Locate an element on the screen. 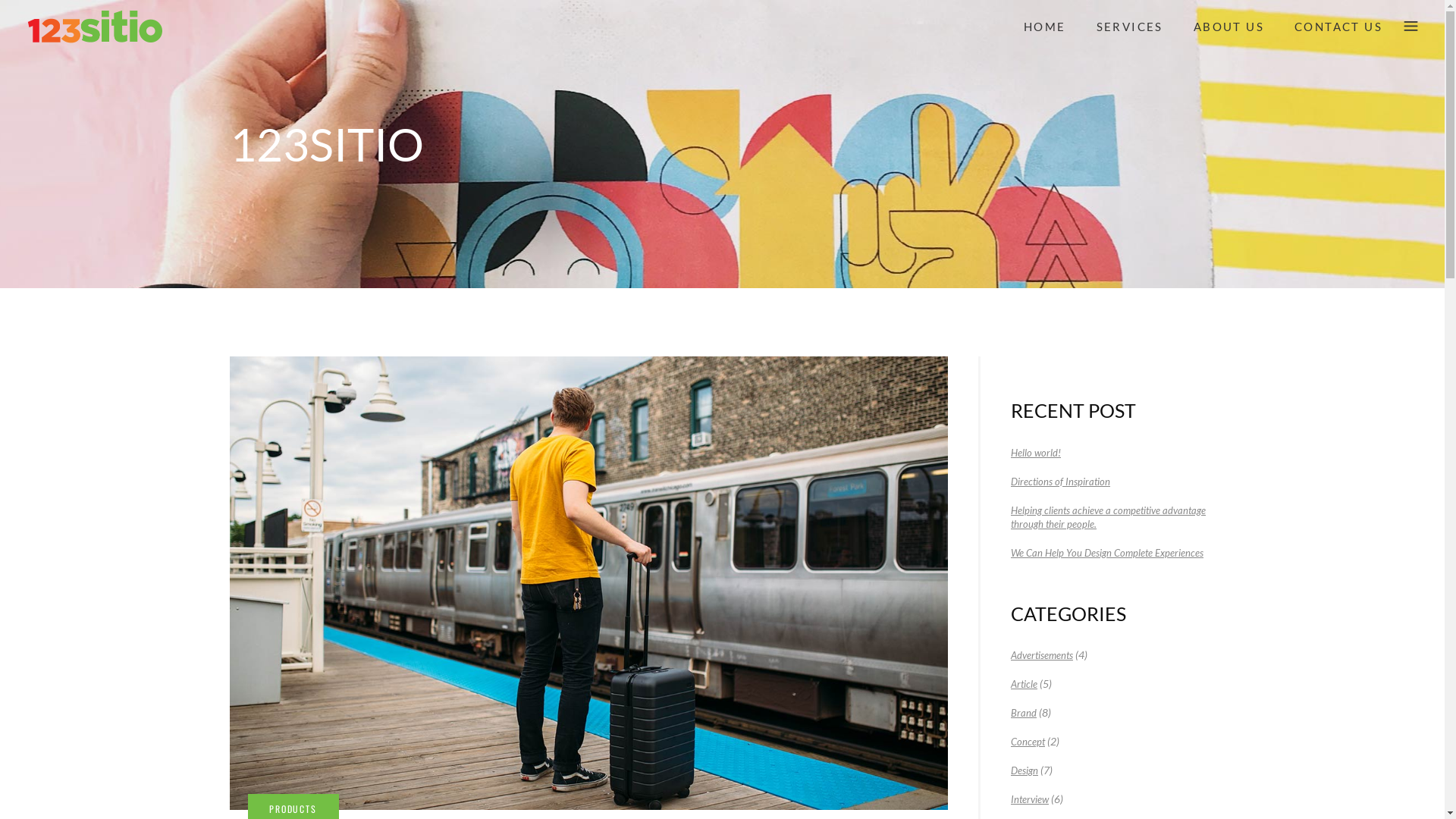 The image size is (1456, 819). 'Advertisements' is located at coordinates (1011, 654).